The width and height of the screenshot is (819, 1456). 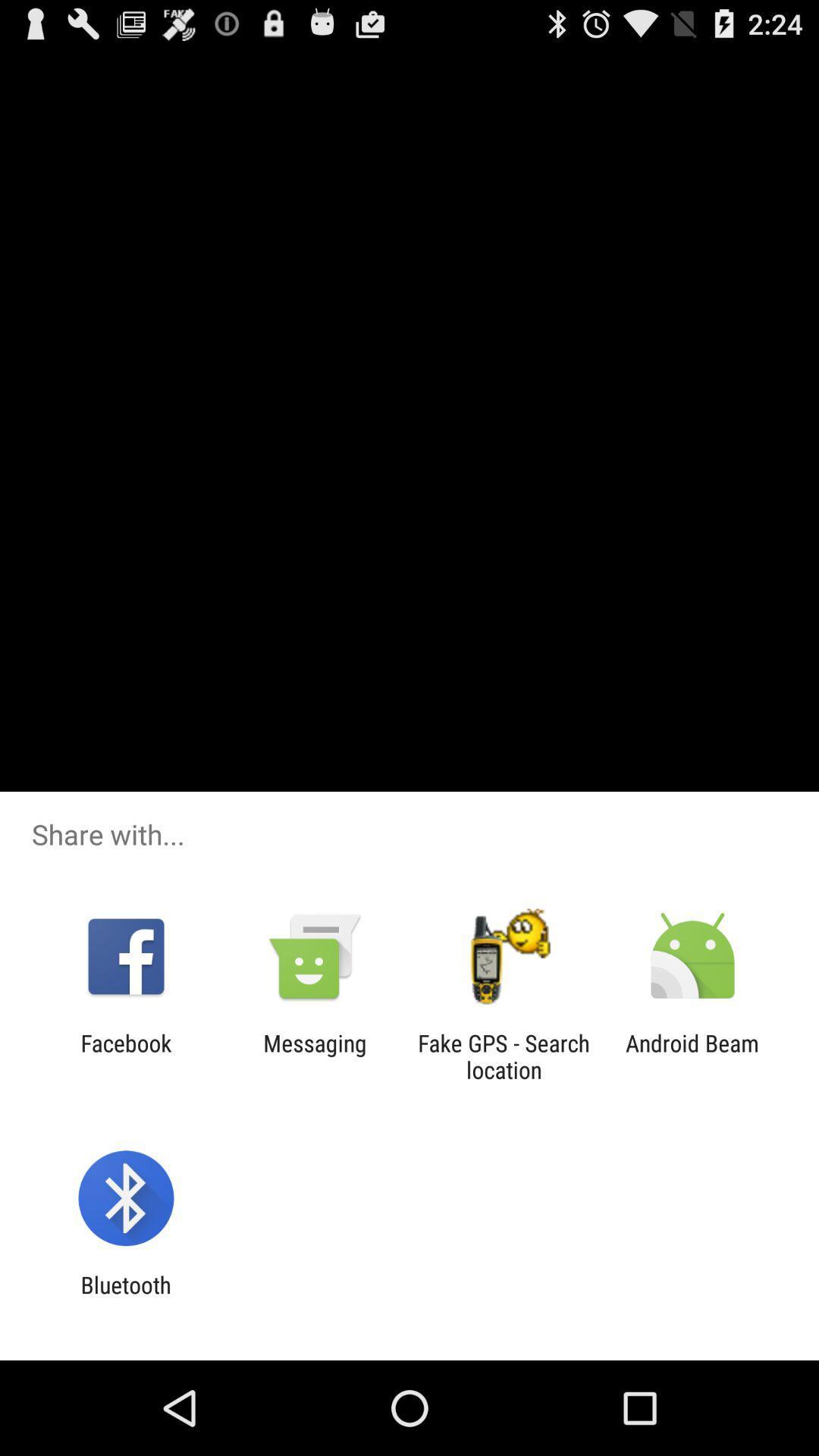 I want to click on the app at the bottom right corner, so click(x=692, y=1056).